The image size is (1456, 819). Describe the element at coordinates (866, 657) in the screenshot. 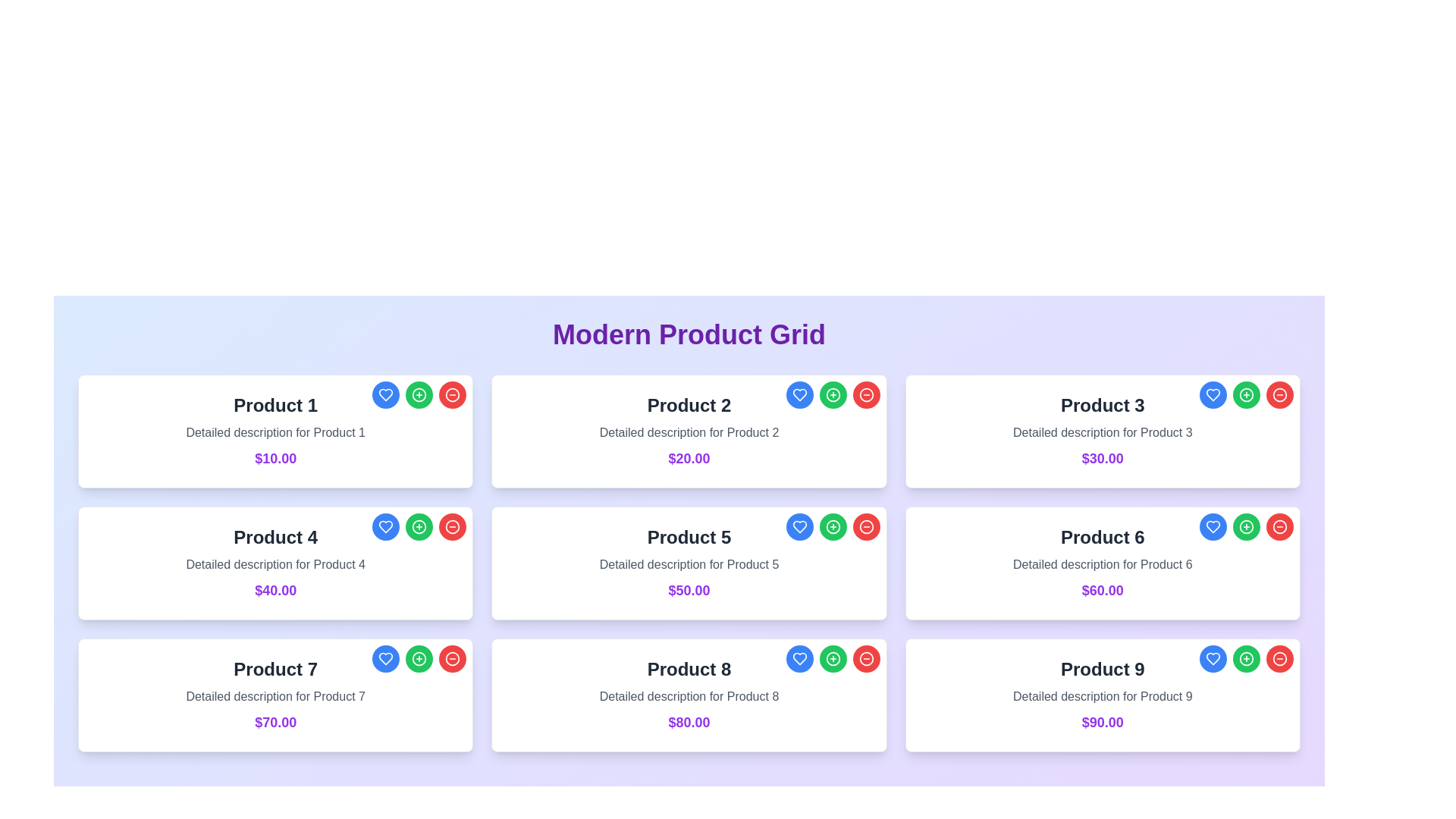

I see `the circular remove icon located within the red button on the right side of the 'Product 8' card in the third row of the grid` at that location.